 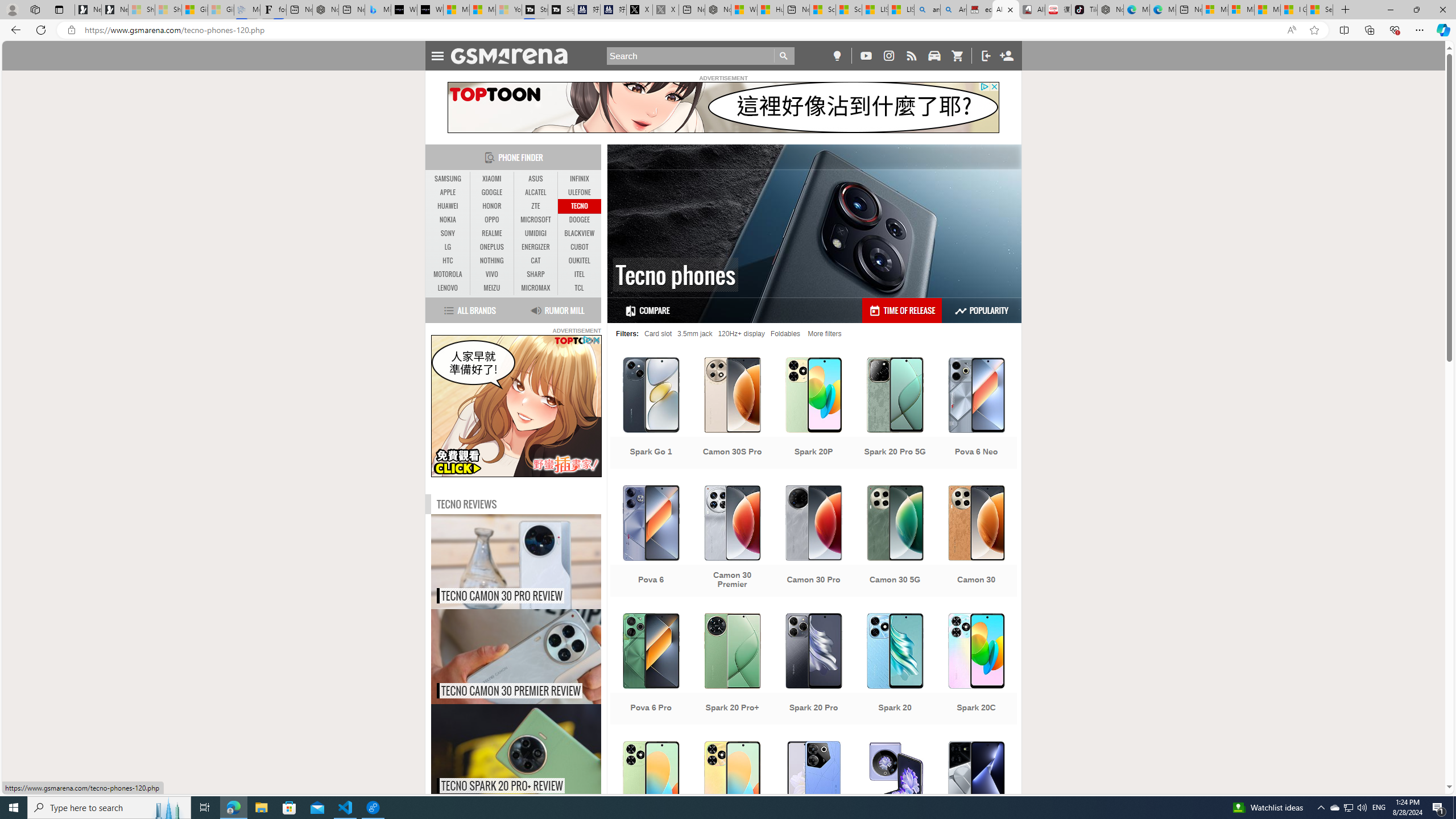 I want to click on 'Copilot (Ctrl+Shift+.)', so click(x=1442, y=29).